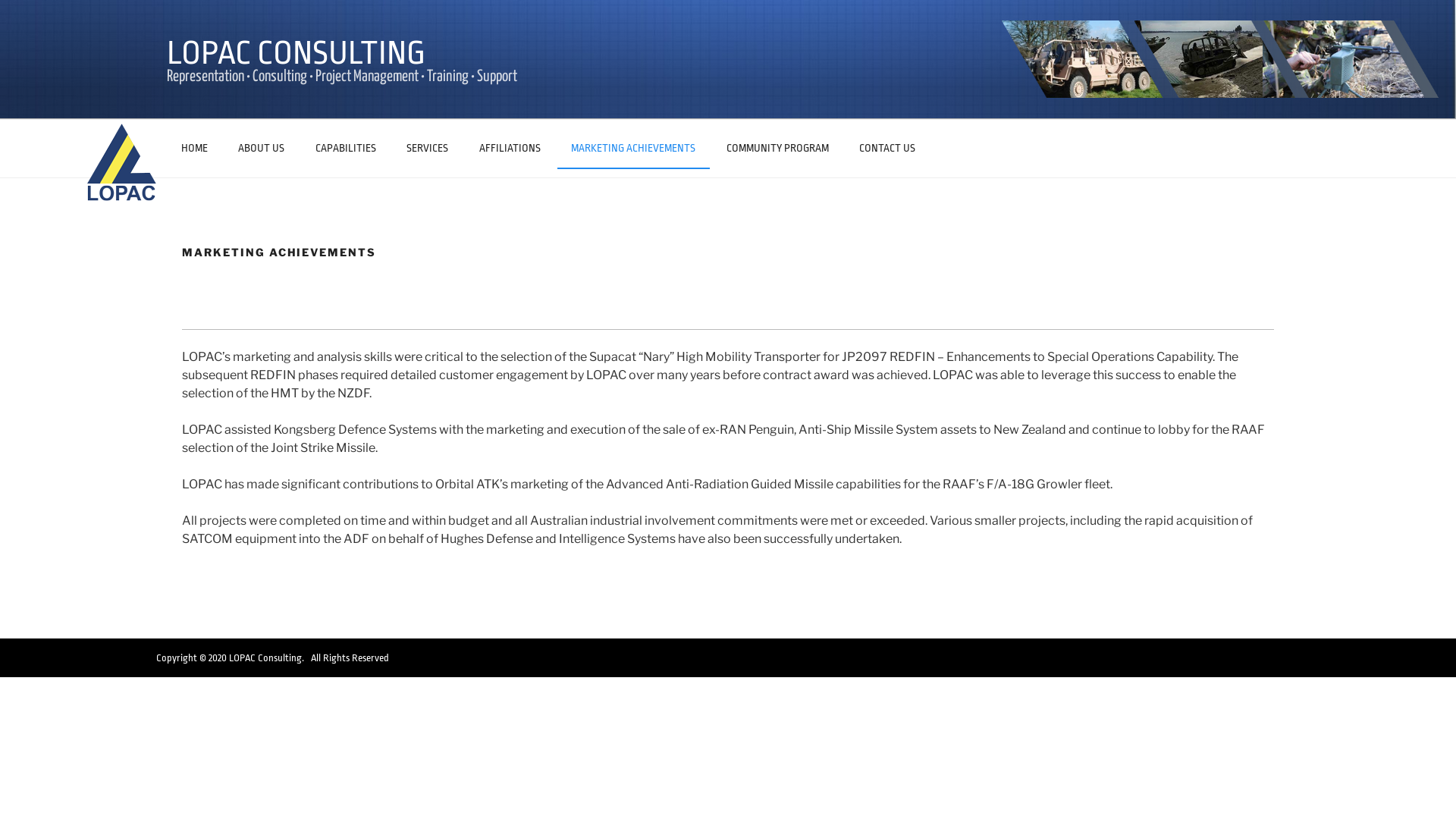  I want to click on 'LOPAC CONSULTING', so click(296, 52).